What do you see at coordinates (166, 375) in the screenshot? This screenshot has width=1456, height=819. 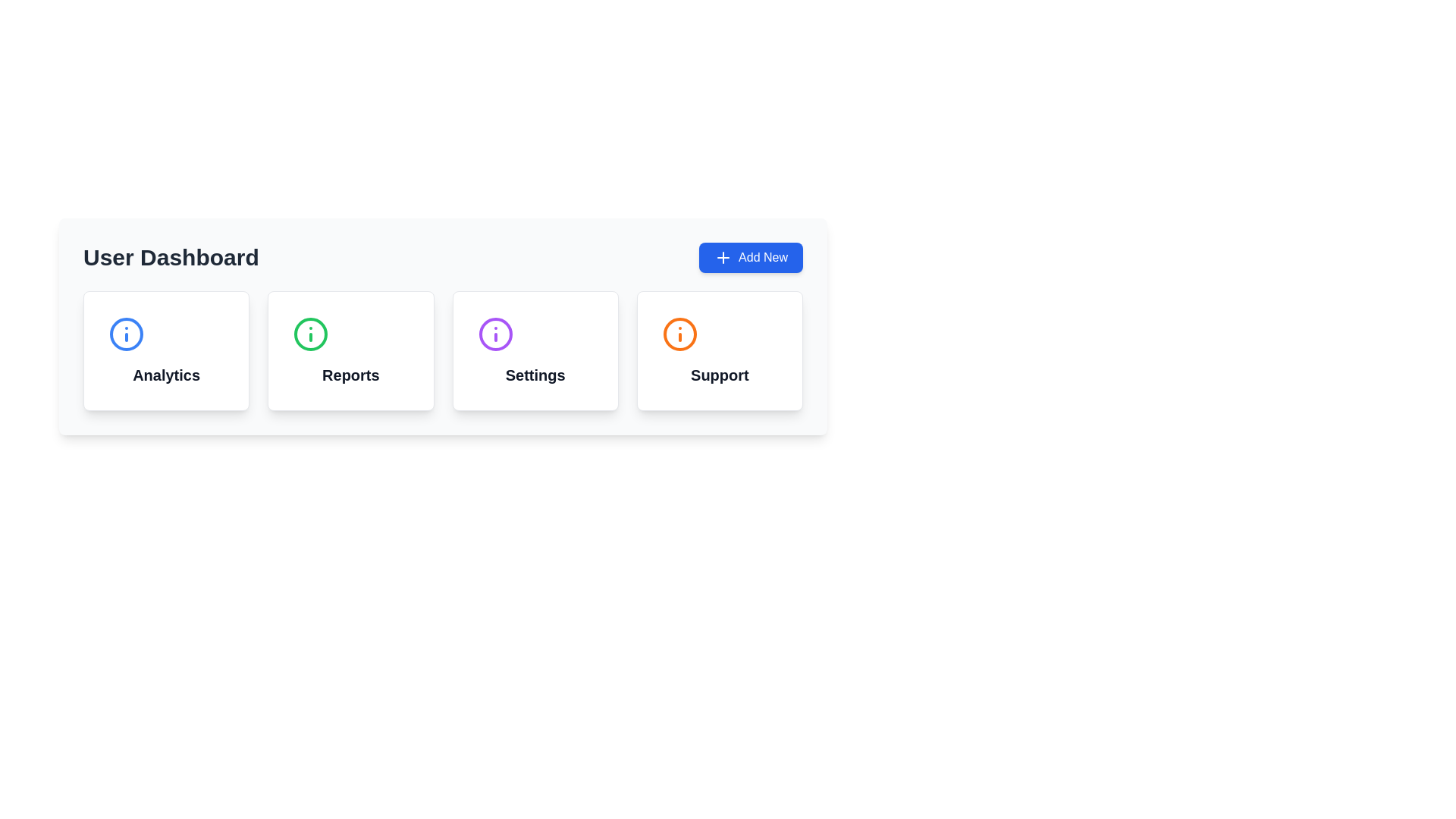 I see `the 'Analytics' text label in the first card of the 'User Dashboard' section` at bounding box center [166, 375].